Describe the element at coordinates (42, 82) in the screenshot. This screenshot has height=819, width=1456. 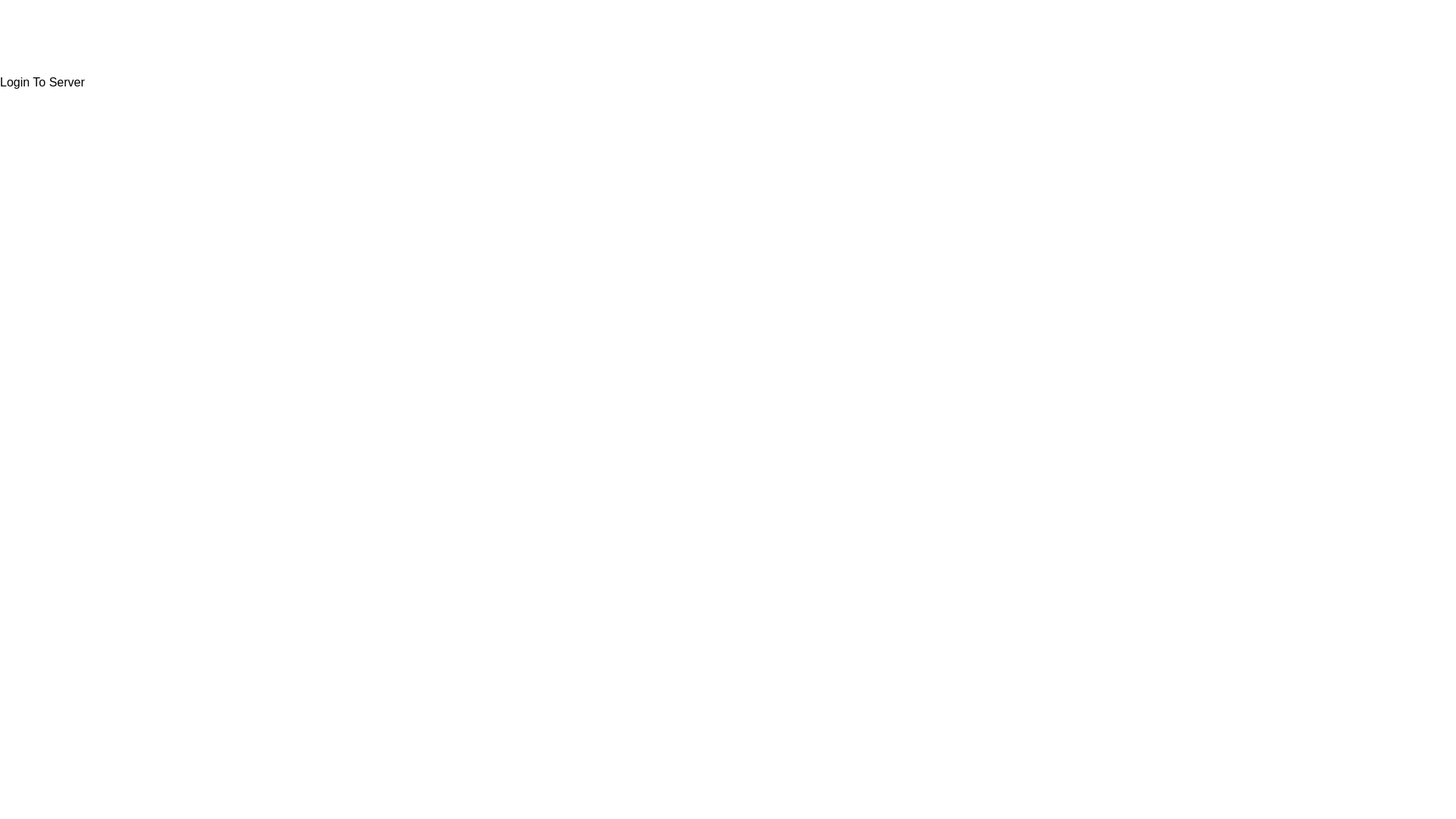
I see `'Login To Server'` at that location.